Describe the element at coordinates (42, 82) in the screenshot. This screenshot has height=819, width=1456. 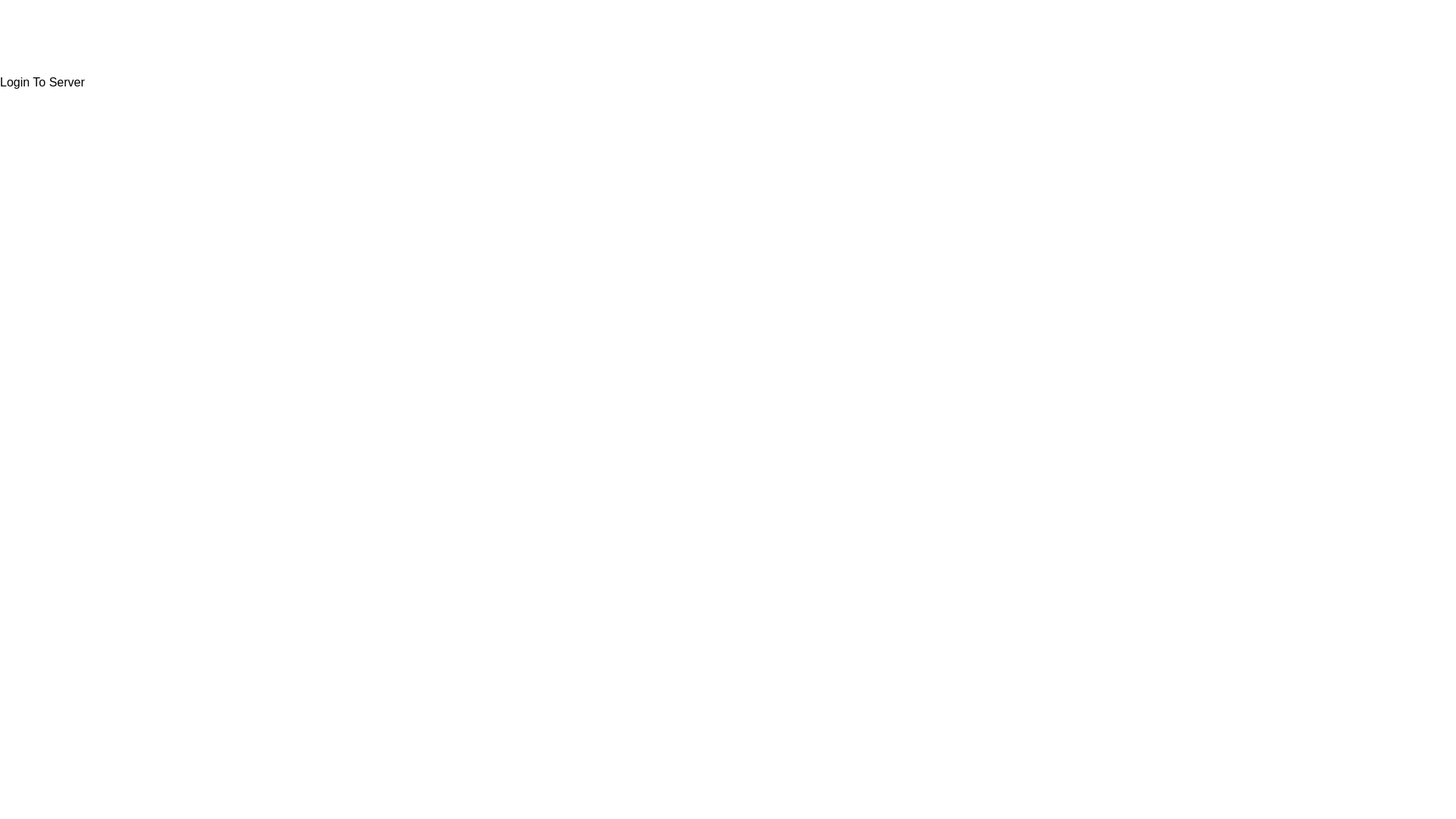
I see `'Login To Server'` at that location.